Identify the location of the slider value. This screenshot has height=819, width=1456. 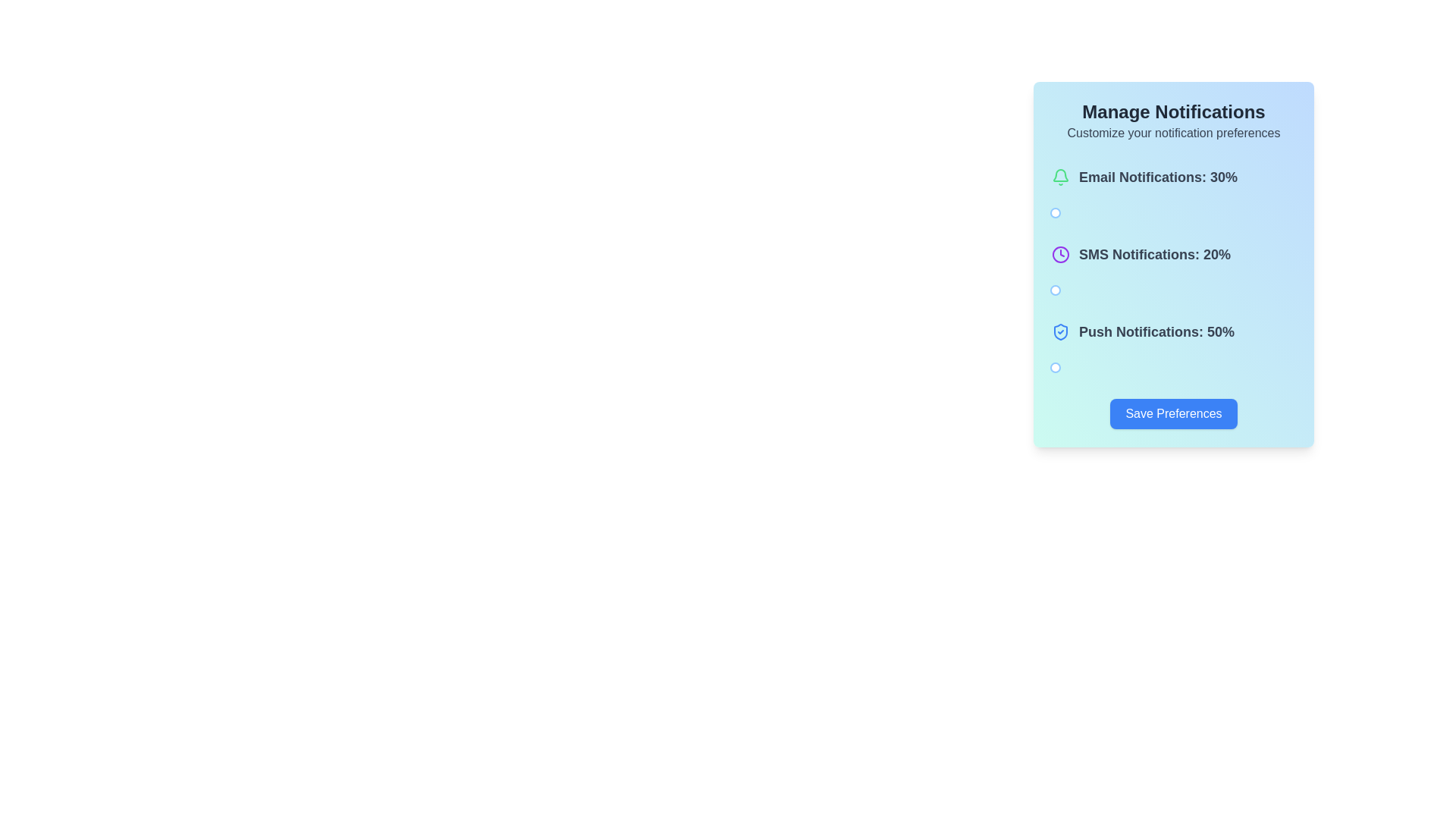
(1057, 290).